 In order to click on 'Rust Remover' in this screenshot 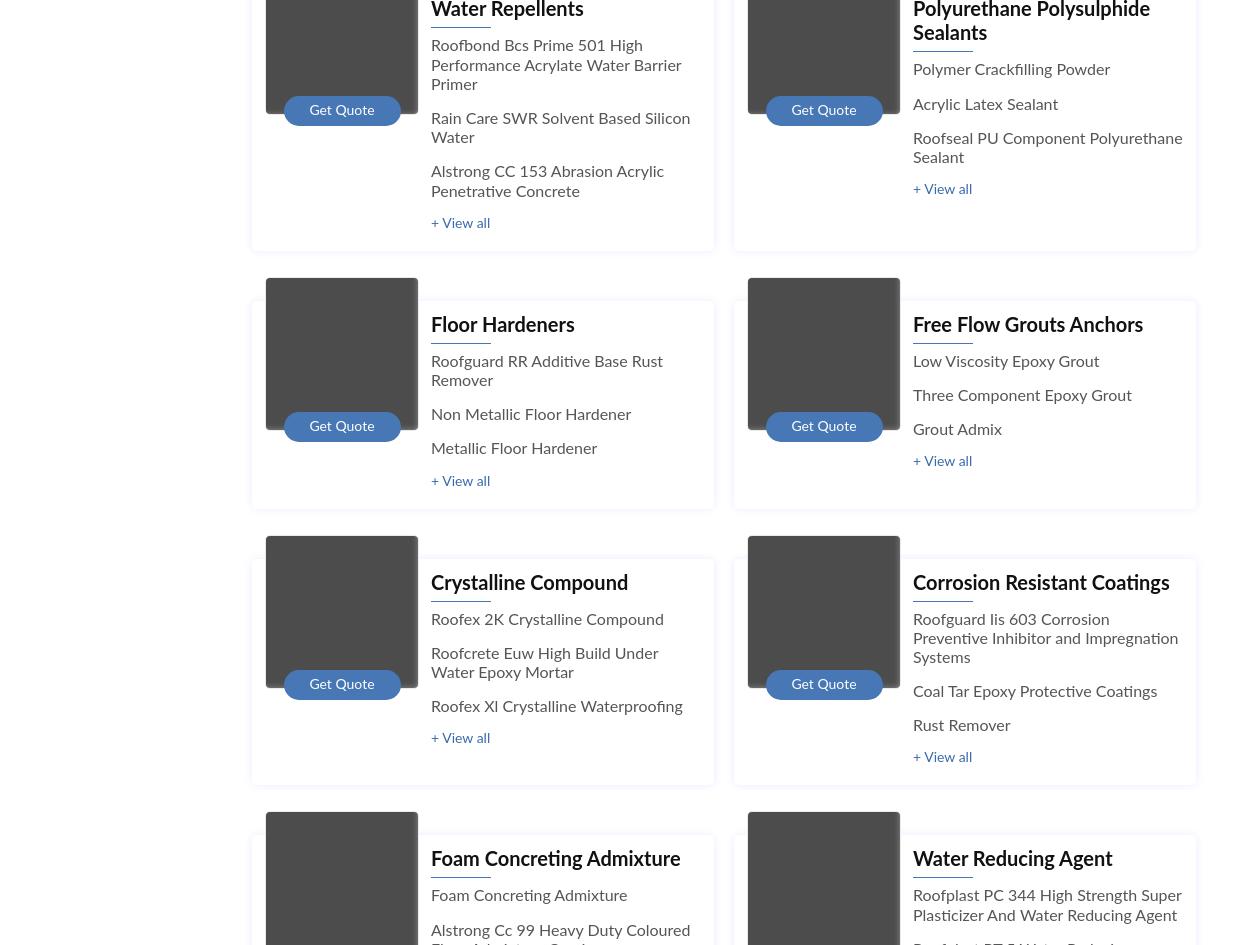, I will do `click(960, 726)`.